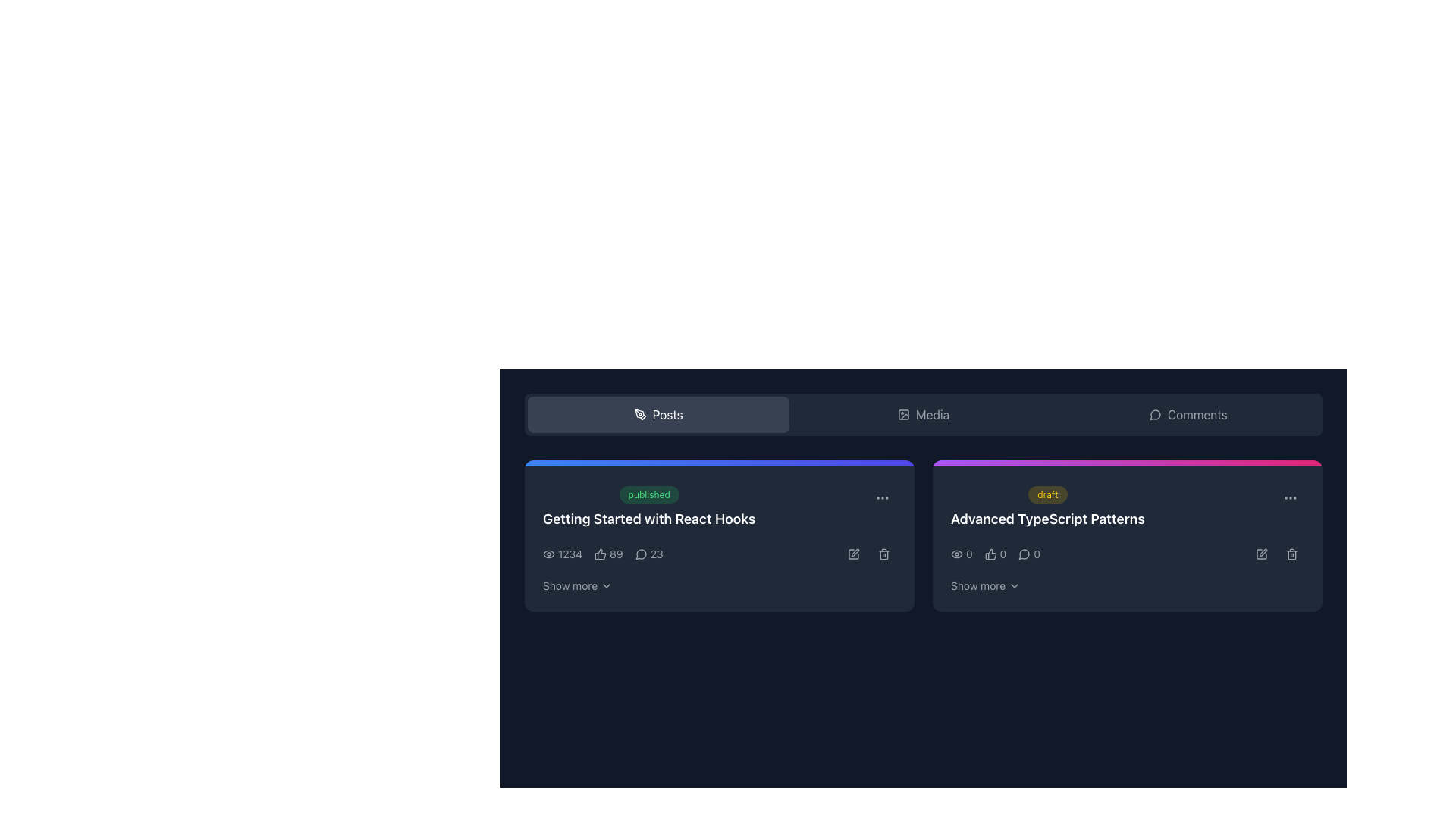  Describe the element at coordinates (608, 554) in the screenshot. I see `numeric display showing '89', which is the second metric in a series of engagement feedback metrics, located next to a thumbs-up icon` at that location.